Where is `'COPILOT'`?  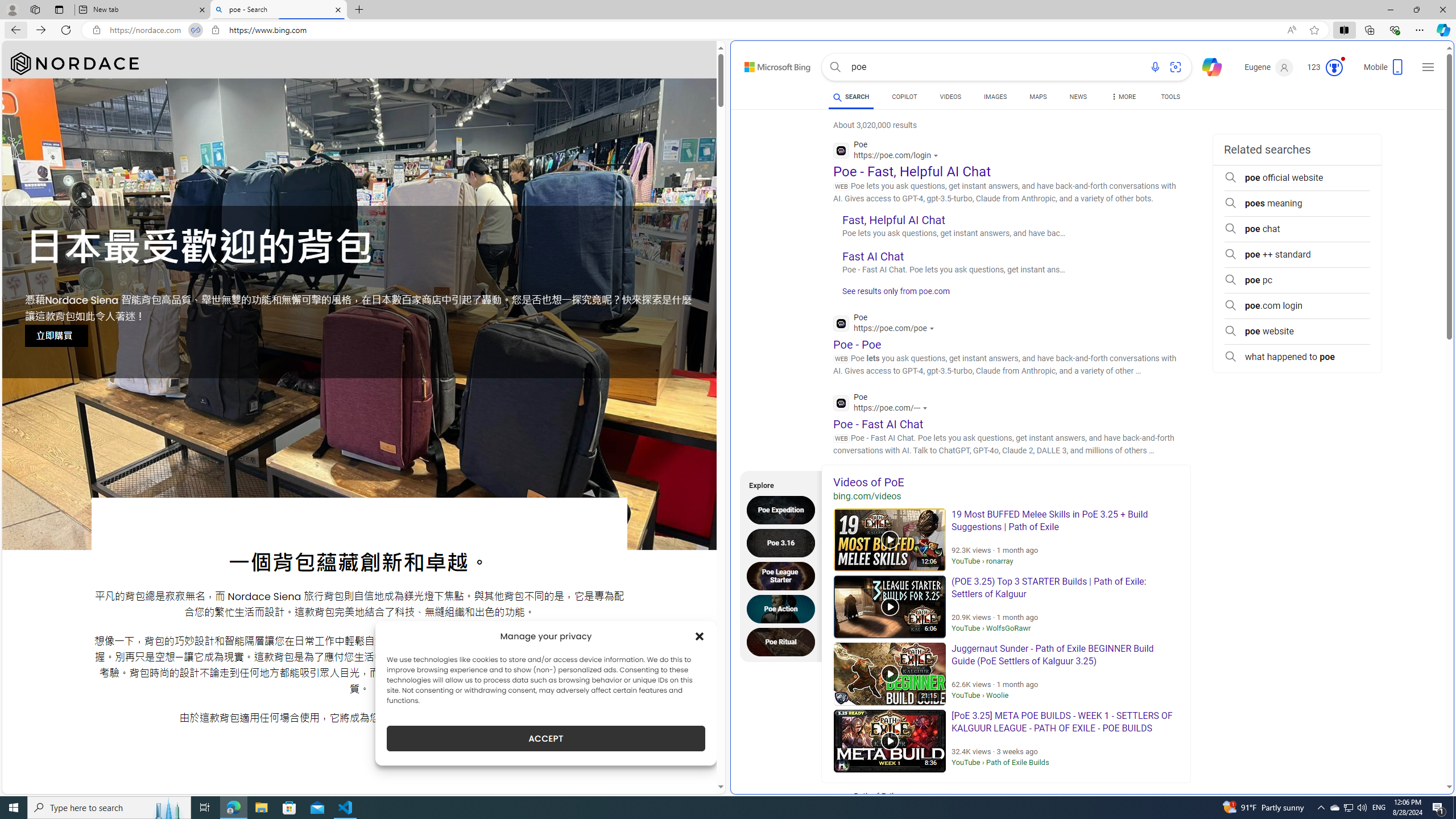 'COPILOT' is located at coordinates (904, 96).